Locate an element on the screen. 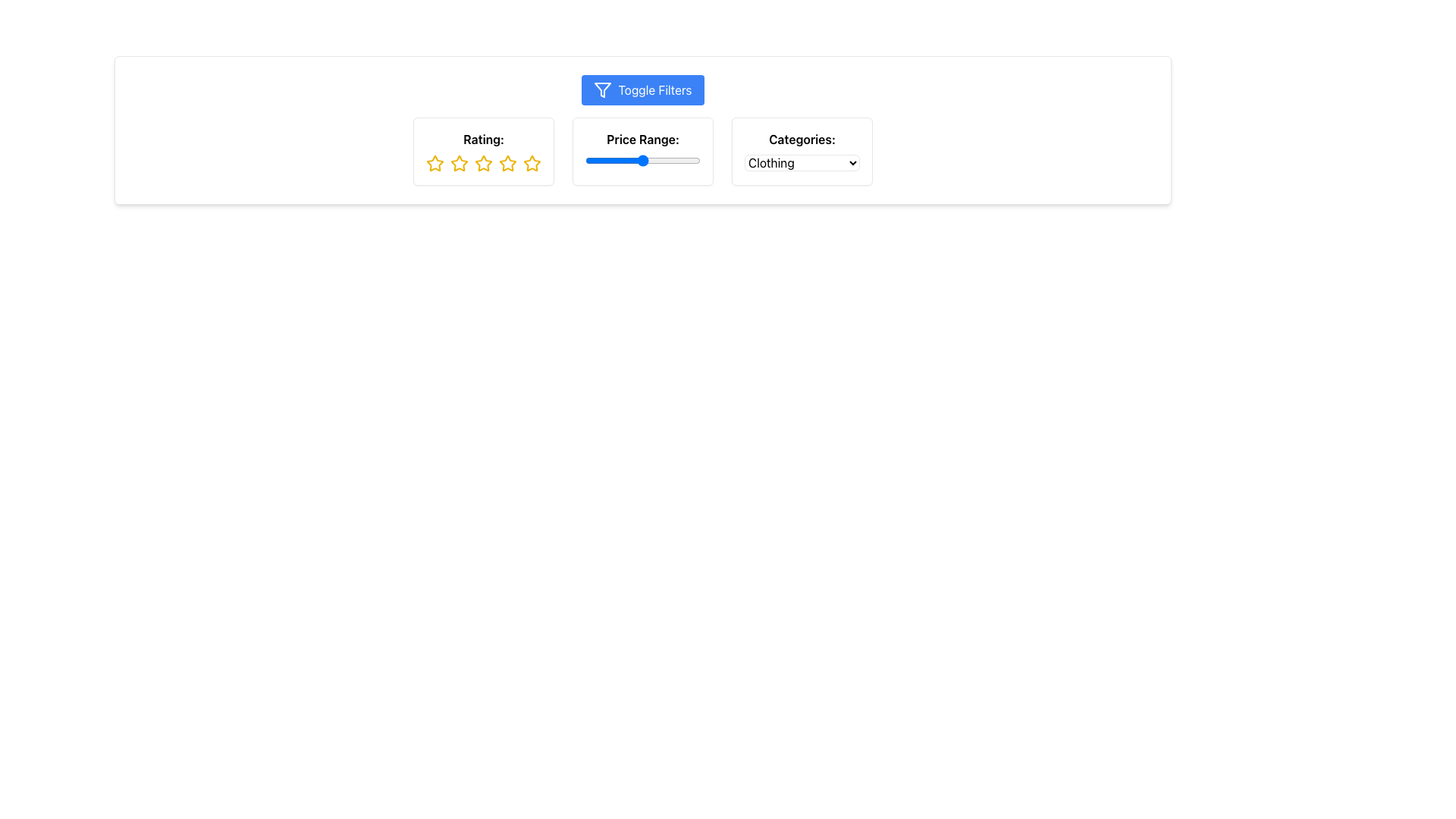  the text label that reads 'Categories:' which is positioned in the top-right corner of the interface and serves as a descriptor for the dropdown menu below it is located at coordinates (801, 140).